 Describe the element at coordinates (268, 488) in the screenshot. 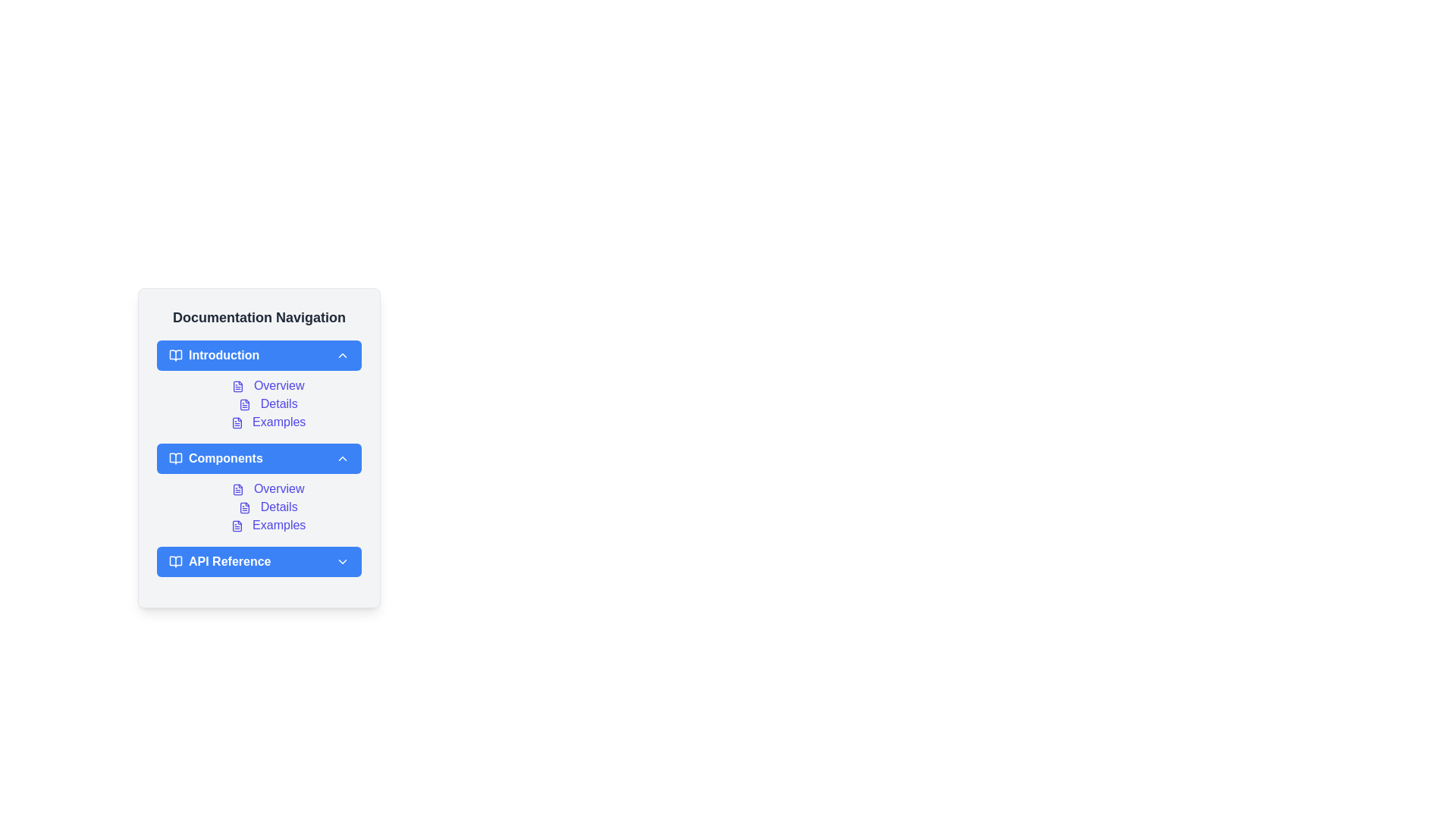

I see `the 'Overview' text link with an icon, which is styled with blue text and an underline appears when hovered over, located in the 'Components' section of the navigation list` at that location.